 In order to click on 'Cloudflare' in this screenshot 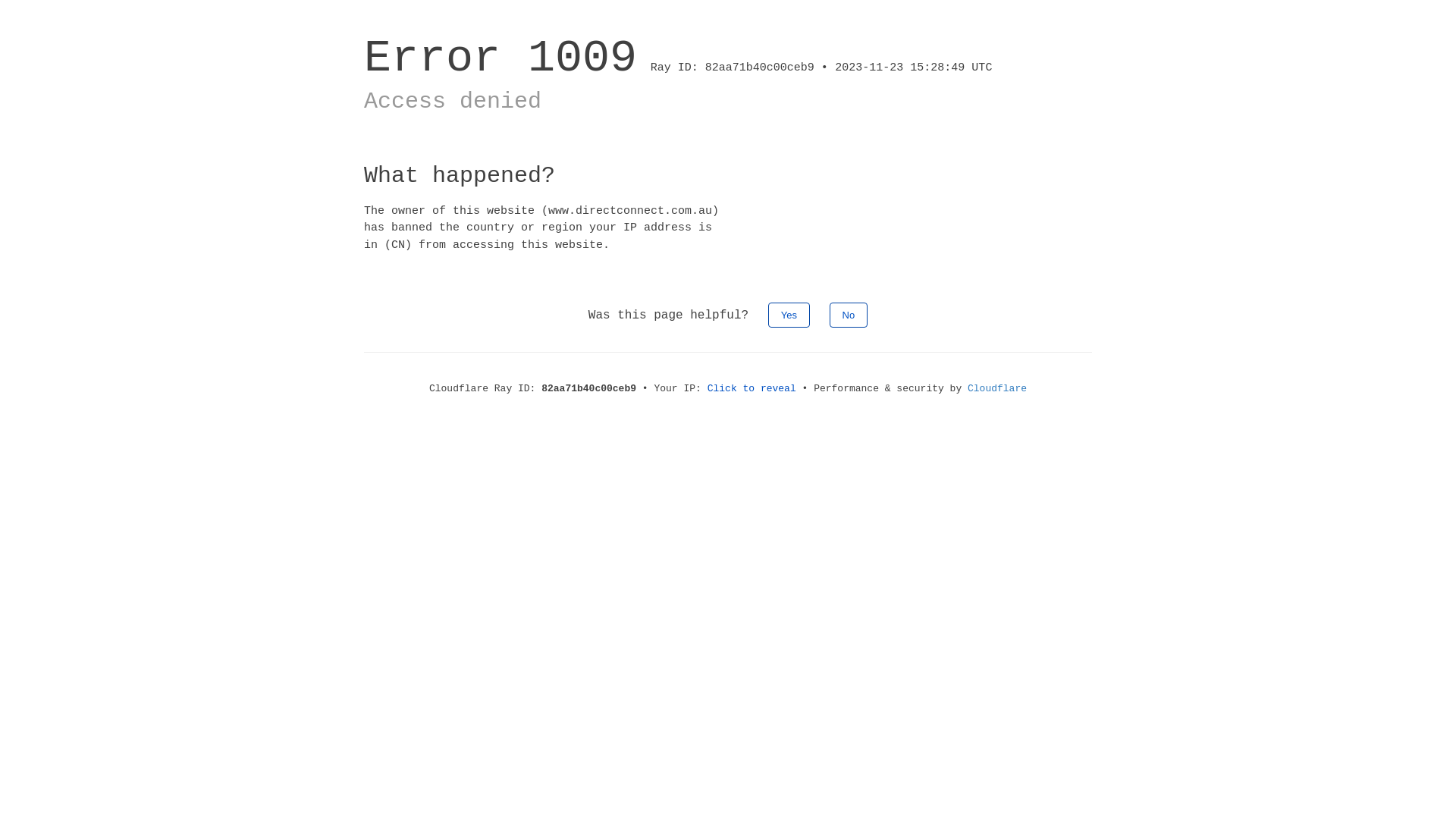, I will do `click(967, 388)`.